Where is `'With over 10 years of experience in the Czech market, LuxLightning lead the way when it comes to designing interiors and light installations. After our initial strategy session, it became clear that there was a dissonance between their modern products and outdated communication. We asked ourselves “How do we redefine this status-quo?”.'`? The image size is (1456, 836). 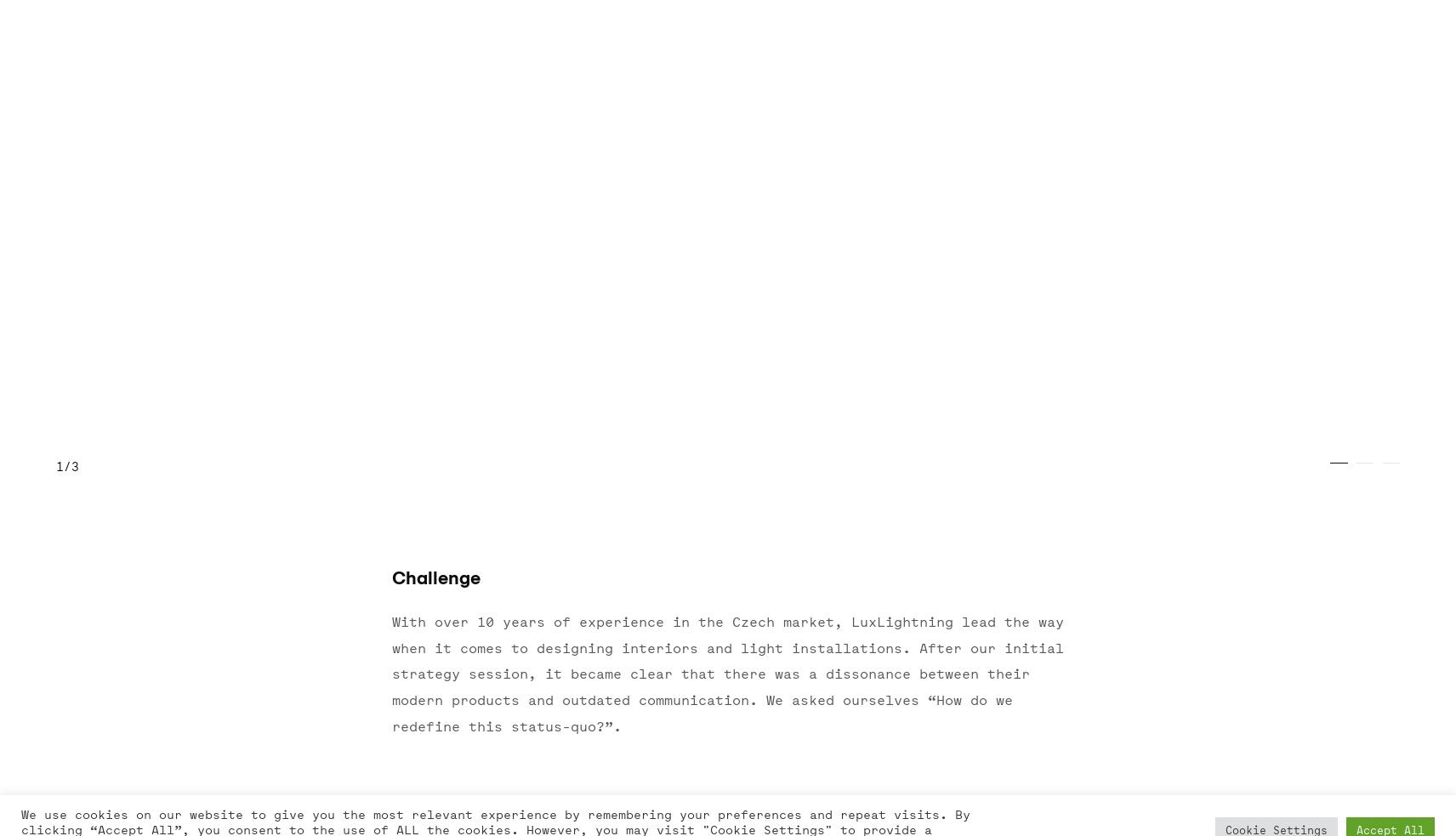 'With over 10 years of experience in the Czech market, LuxLightning lead the way when it comes to designing interiors and light installations. After our initial strategy session, it became clear that there was a dissonance between their modern products and outdated communication. We asked ourselves “How do we redefine this status-quo?”.' is located at coordinates (726, 673).